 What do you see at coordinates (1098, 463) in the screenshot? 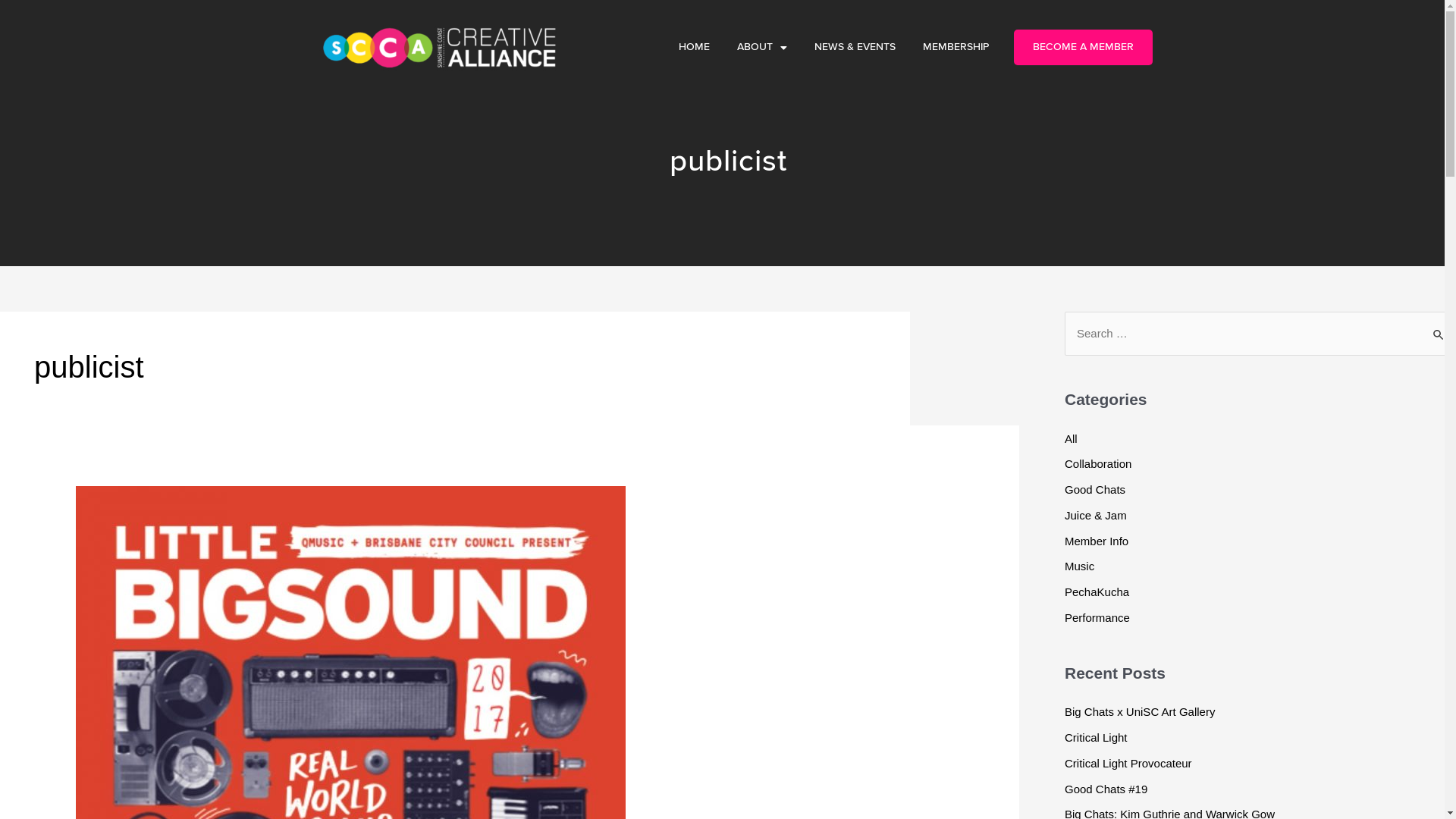
I see `'Collaboration'` at bounding box center [1098, 463].